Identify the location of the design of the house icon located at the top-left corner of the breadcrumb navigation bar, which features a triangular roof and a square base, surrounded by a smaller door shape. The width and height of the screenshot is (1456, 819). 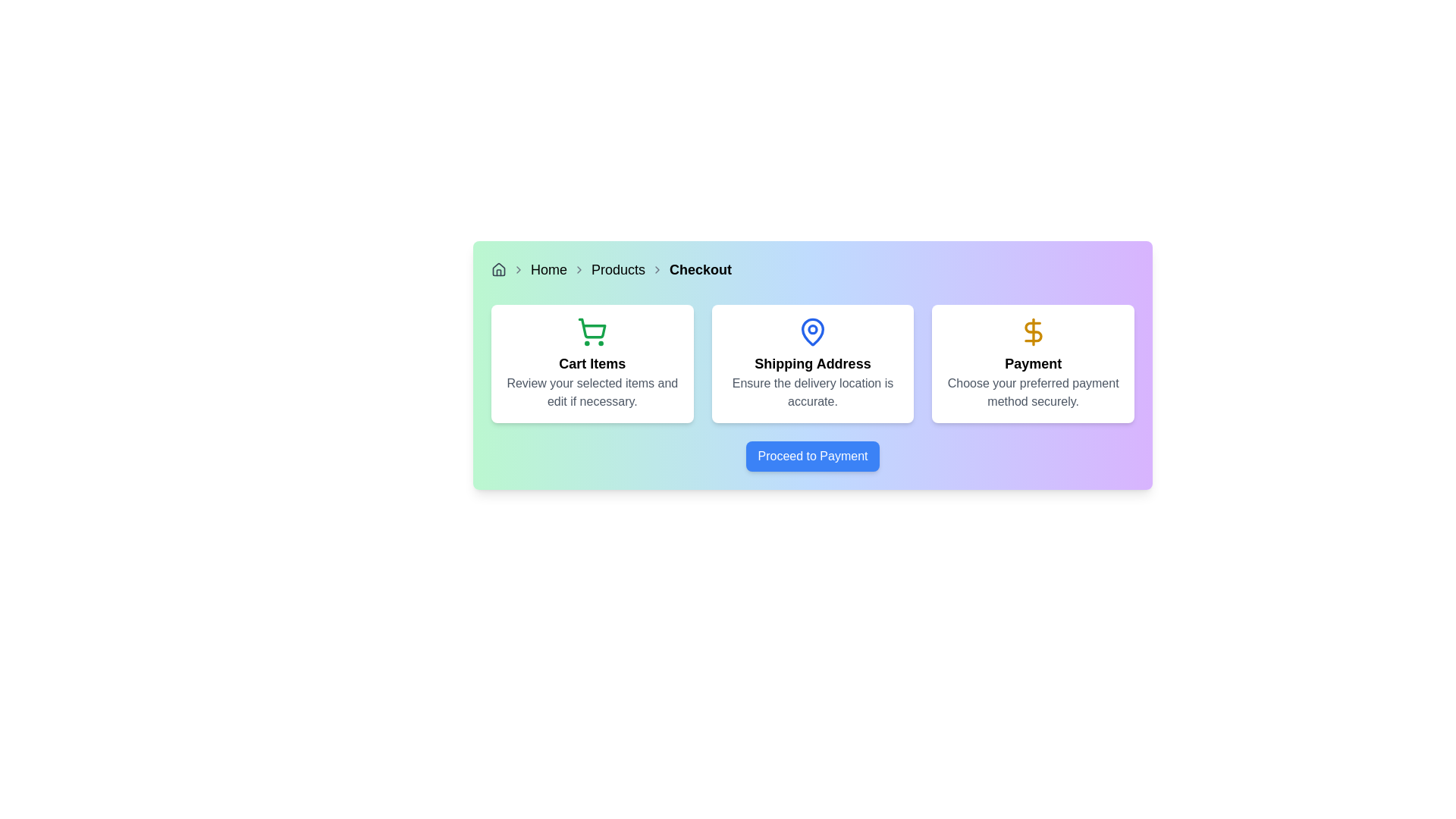
(498, 268).